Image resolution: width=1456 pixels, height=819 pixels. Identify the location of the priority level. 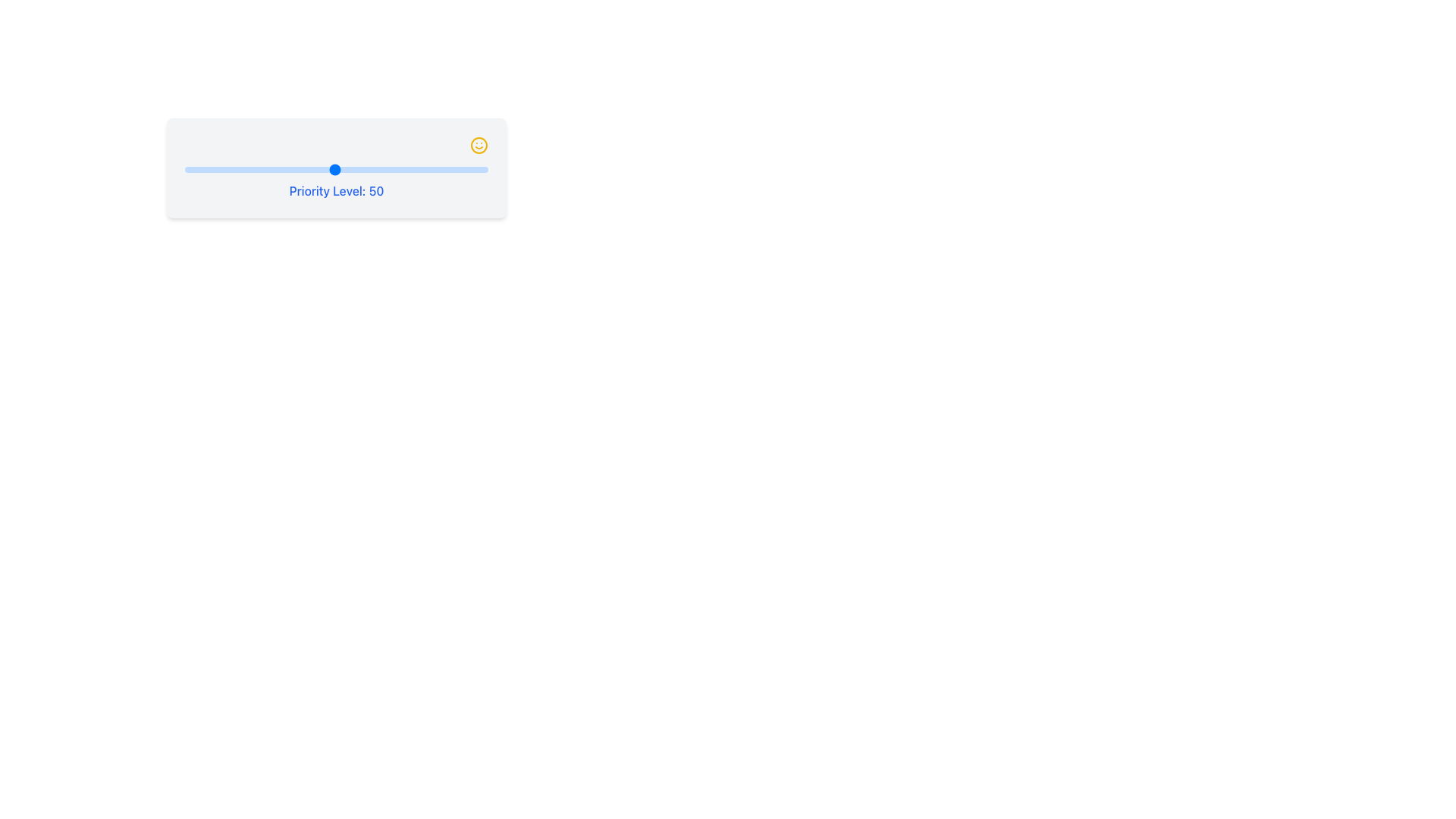
(447, 169).